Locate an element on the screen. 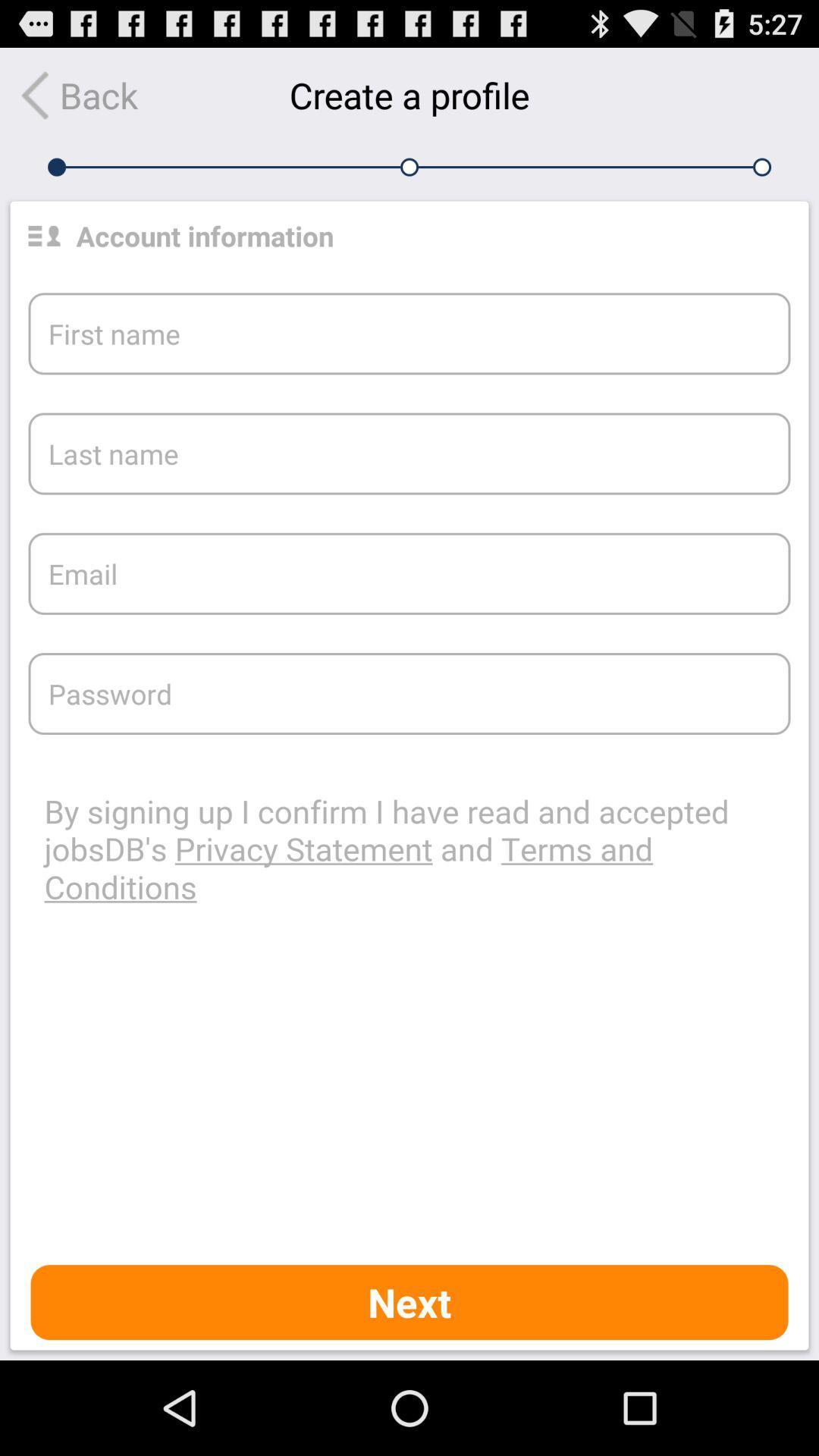  the box saying last name is located at coordinates (409, 453).